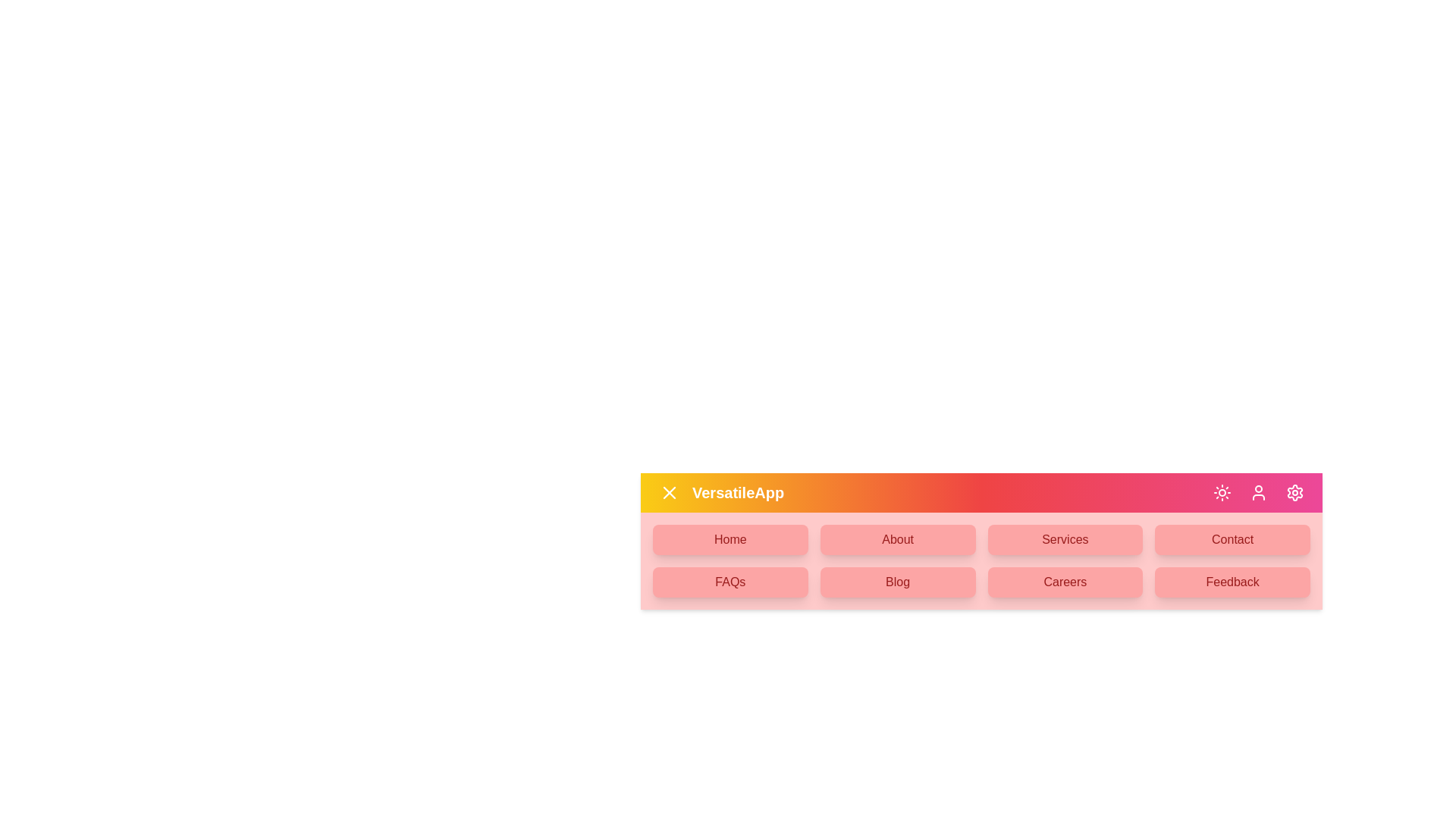  I want to click on the menu item Services from the available options, so click(1063, 539).